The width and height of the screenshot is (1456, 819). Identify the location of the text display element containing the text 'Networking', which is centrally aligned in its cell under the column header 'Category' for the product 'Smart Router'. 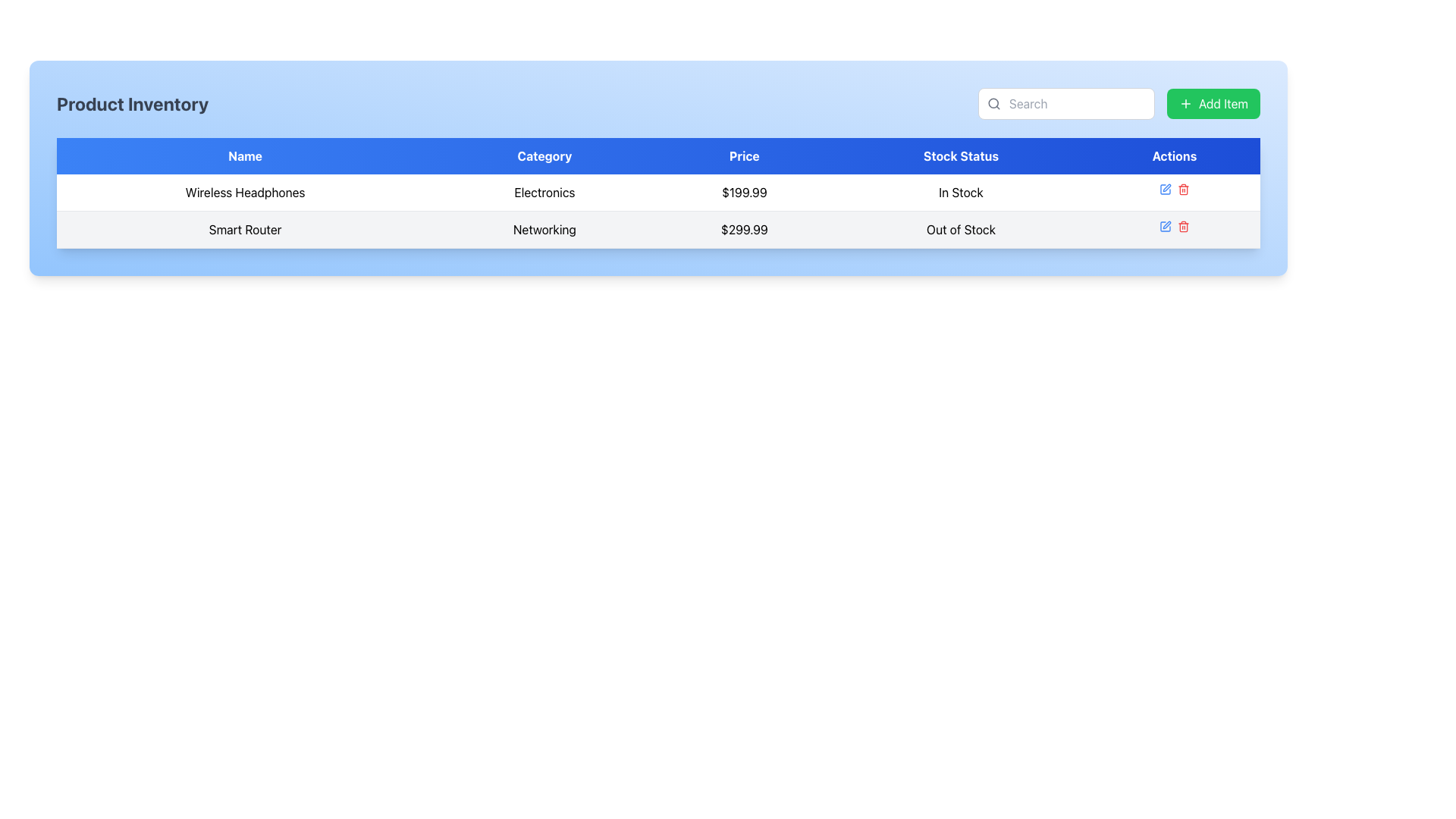
(544, 230).